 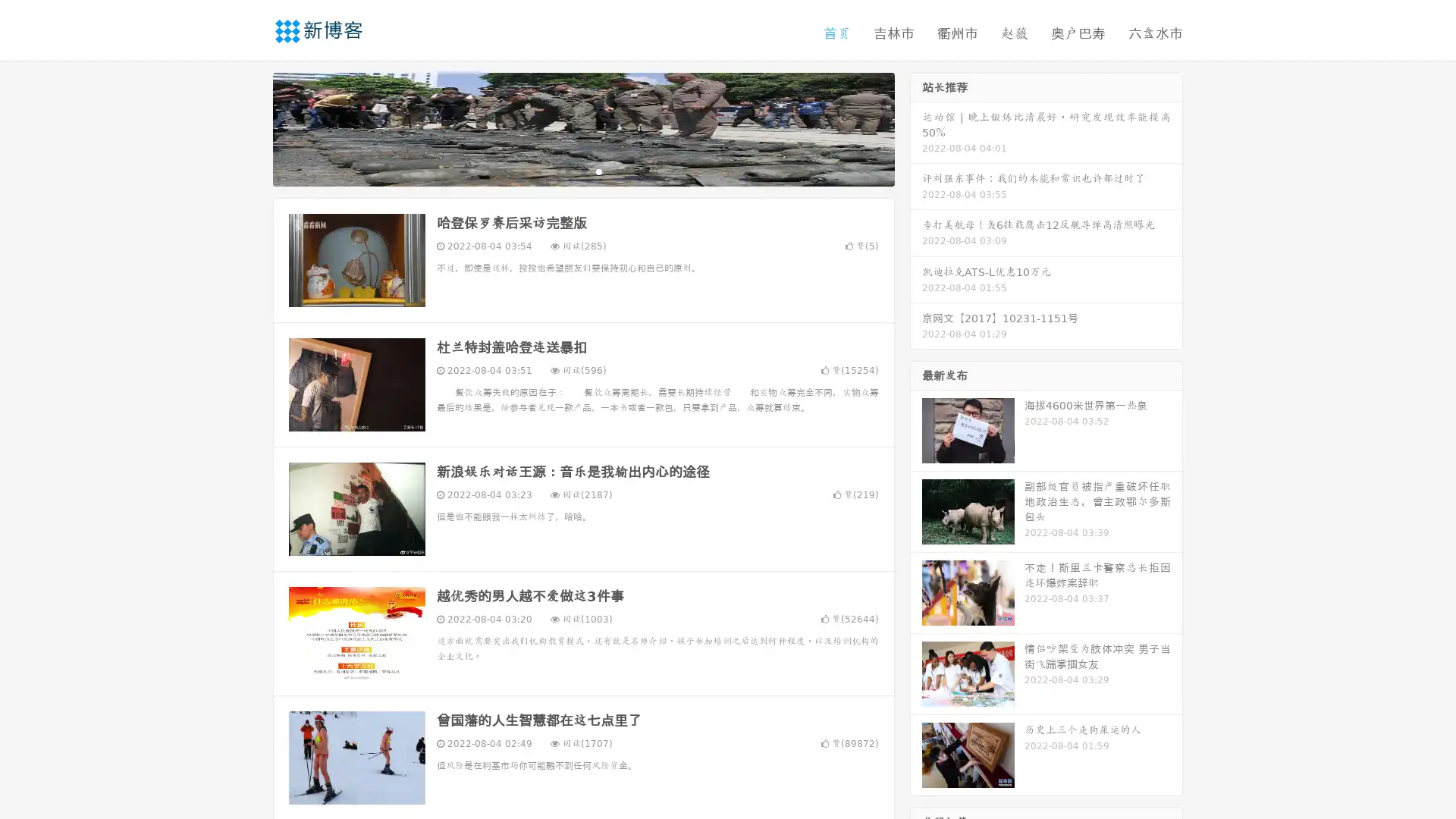 What do you see at coordinates (250, 127) in the screenshot?
I see `Previous slide` at bounding box center [250, 127].